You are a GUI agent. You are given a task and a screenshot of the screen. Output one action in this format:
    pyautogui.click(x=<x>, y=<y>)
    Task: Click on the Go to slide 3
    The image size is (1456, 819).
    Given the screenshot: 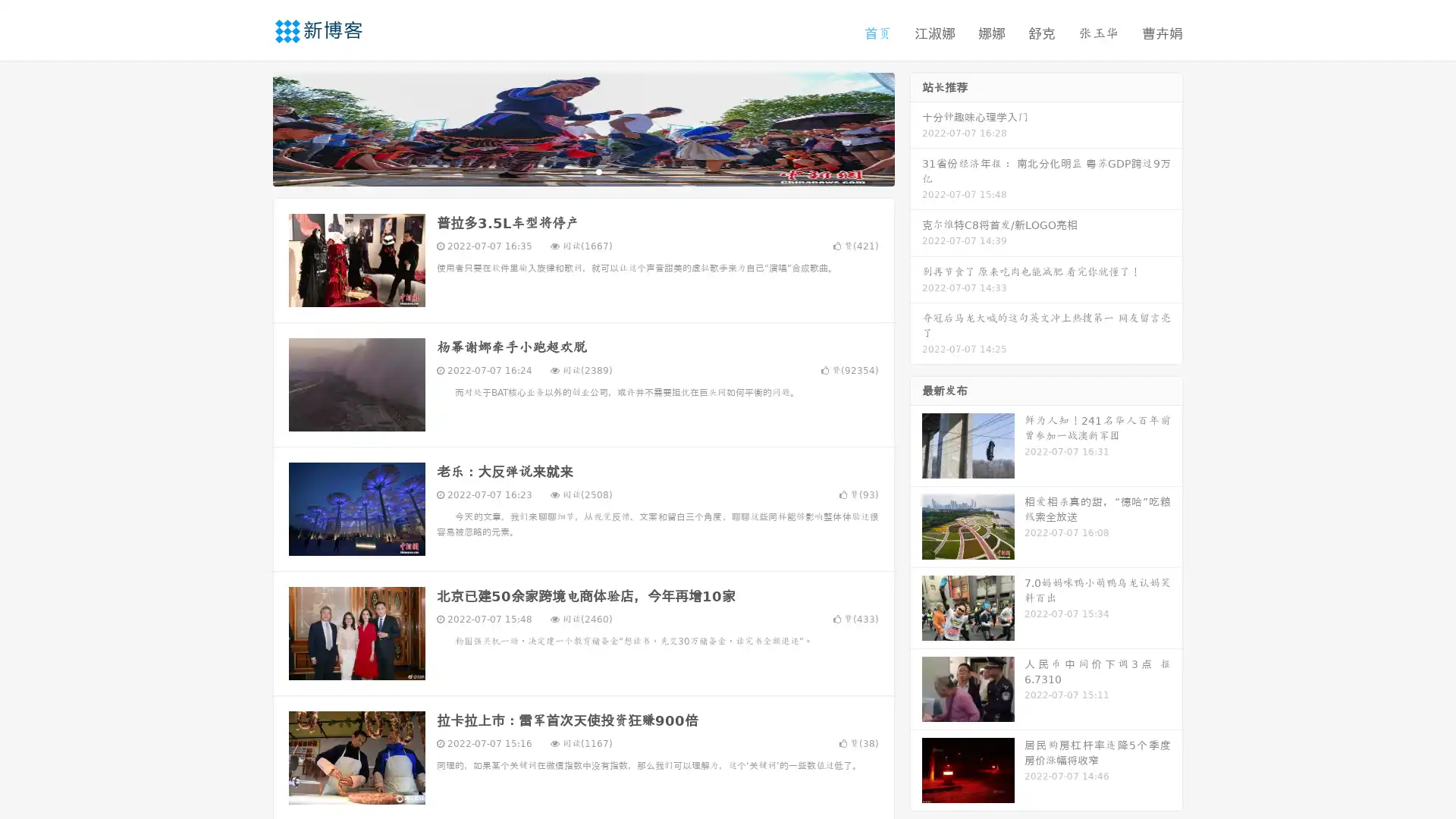 What is the action you would take?
    pyautogui.click(x=598, y=171)
    